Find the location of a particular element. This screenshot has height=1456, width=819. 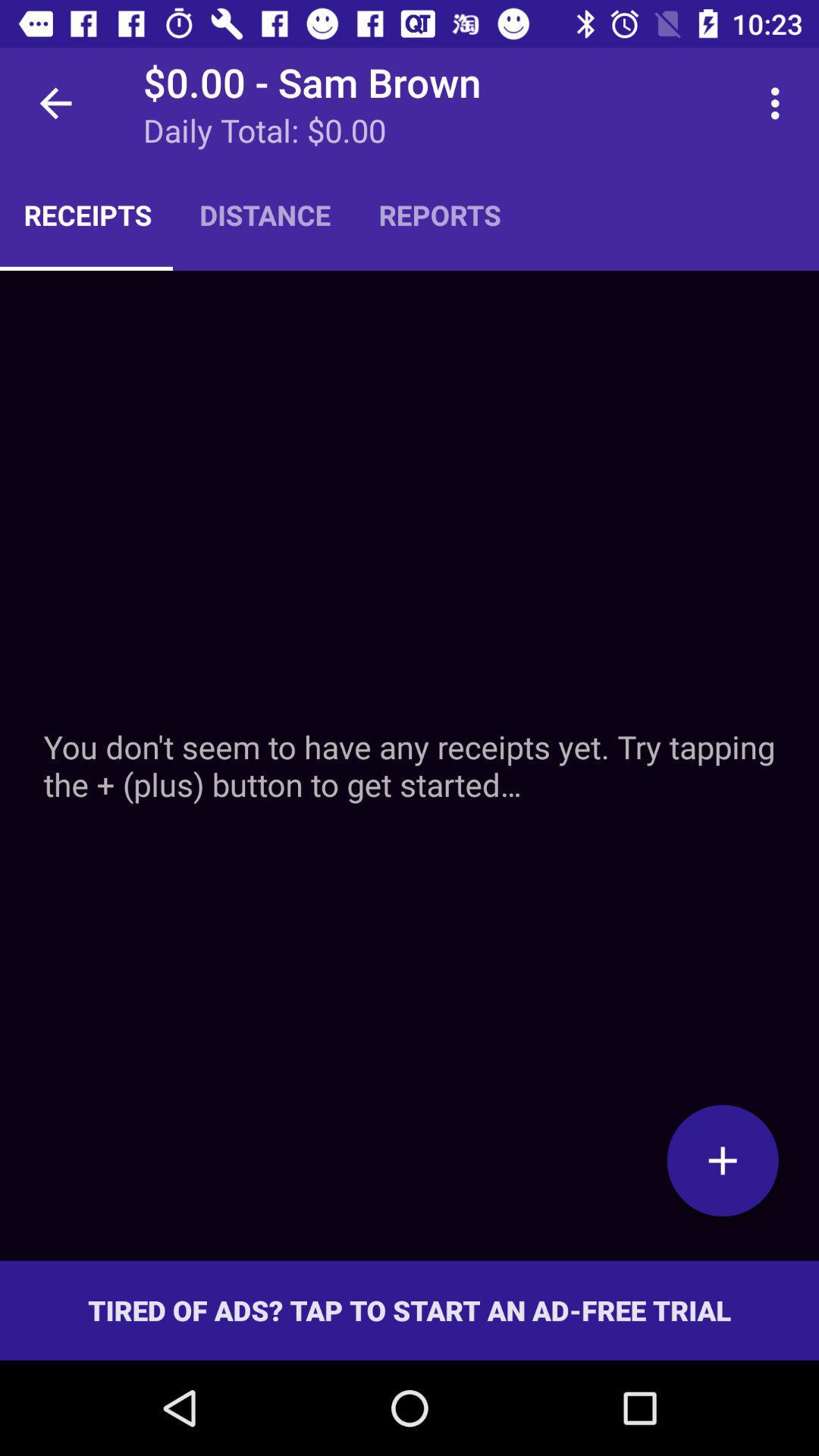

tap to get started is located at coordinates (722, 1159).